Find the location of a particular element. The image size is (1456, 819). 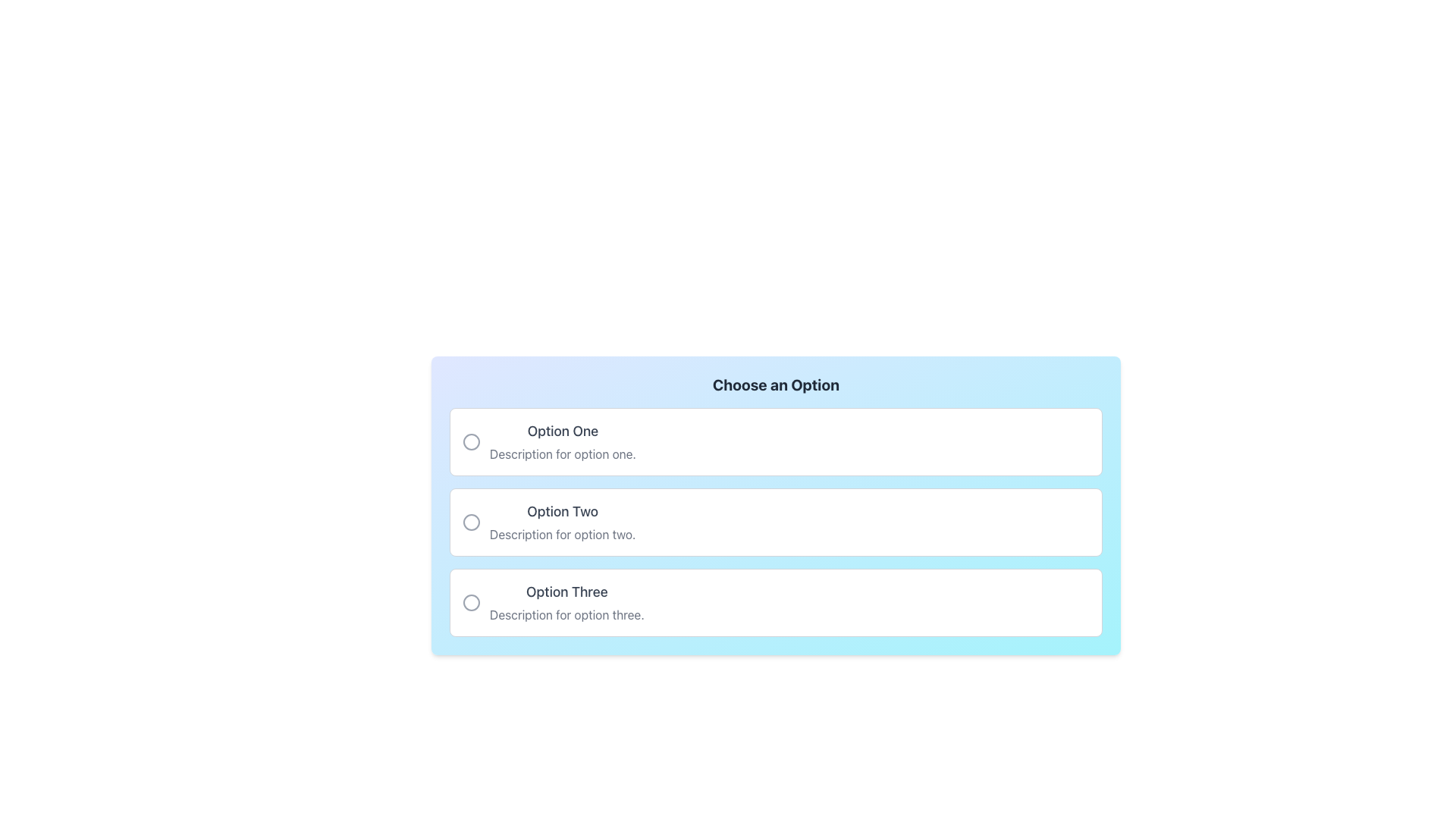

the text label element reading 'Description for option two', which is styled in gray and located below the heading 'Option Two' in a vertical list interface is located at coordinates (562, 534).